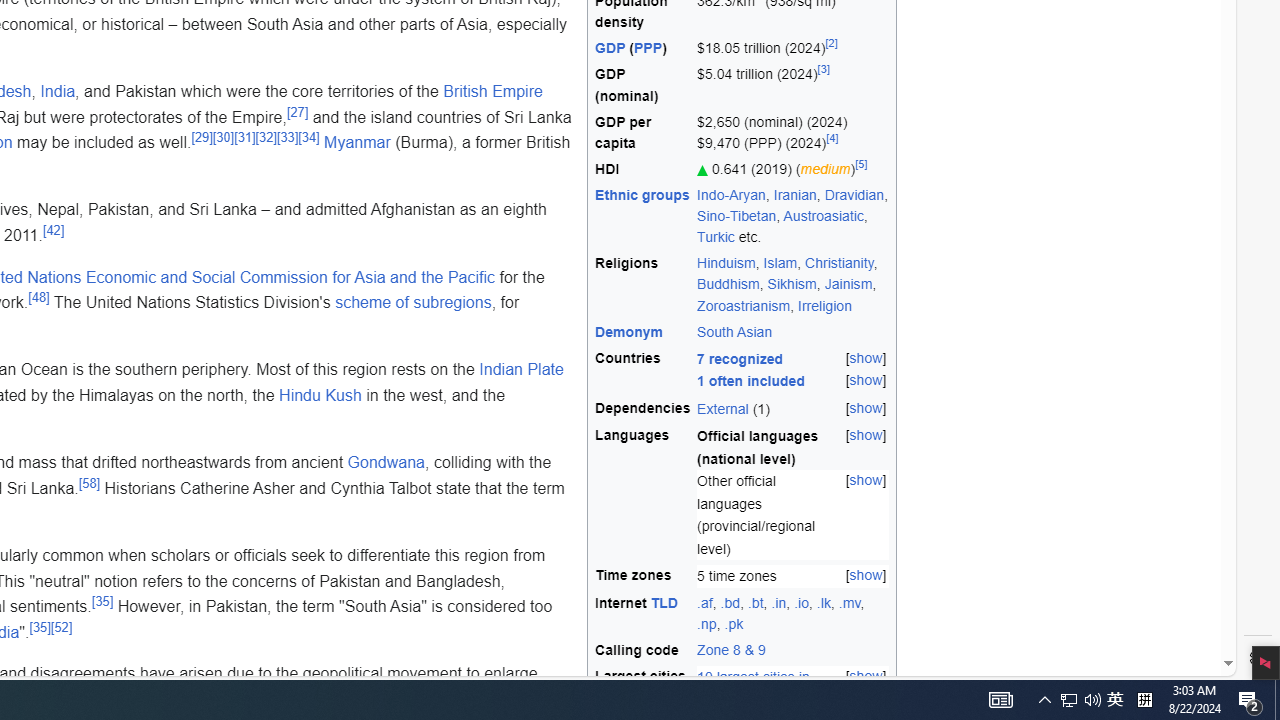  I want to click on 'Ethnic groups', so click(643, 217).